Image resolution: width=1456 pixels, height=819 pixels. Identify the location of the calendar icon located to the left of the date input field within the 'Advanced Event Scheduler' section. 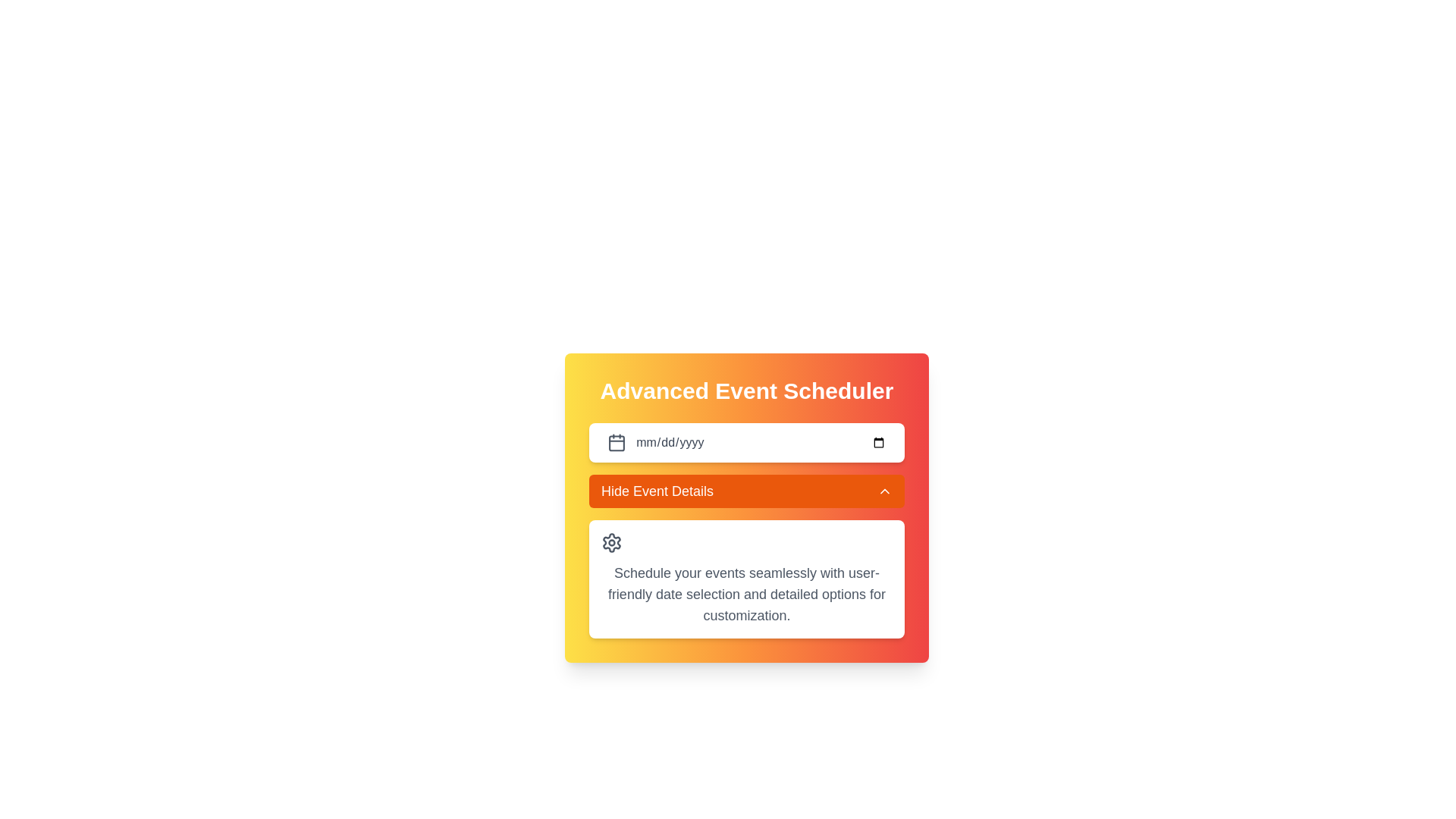
(617, 442).